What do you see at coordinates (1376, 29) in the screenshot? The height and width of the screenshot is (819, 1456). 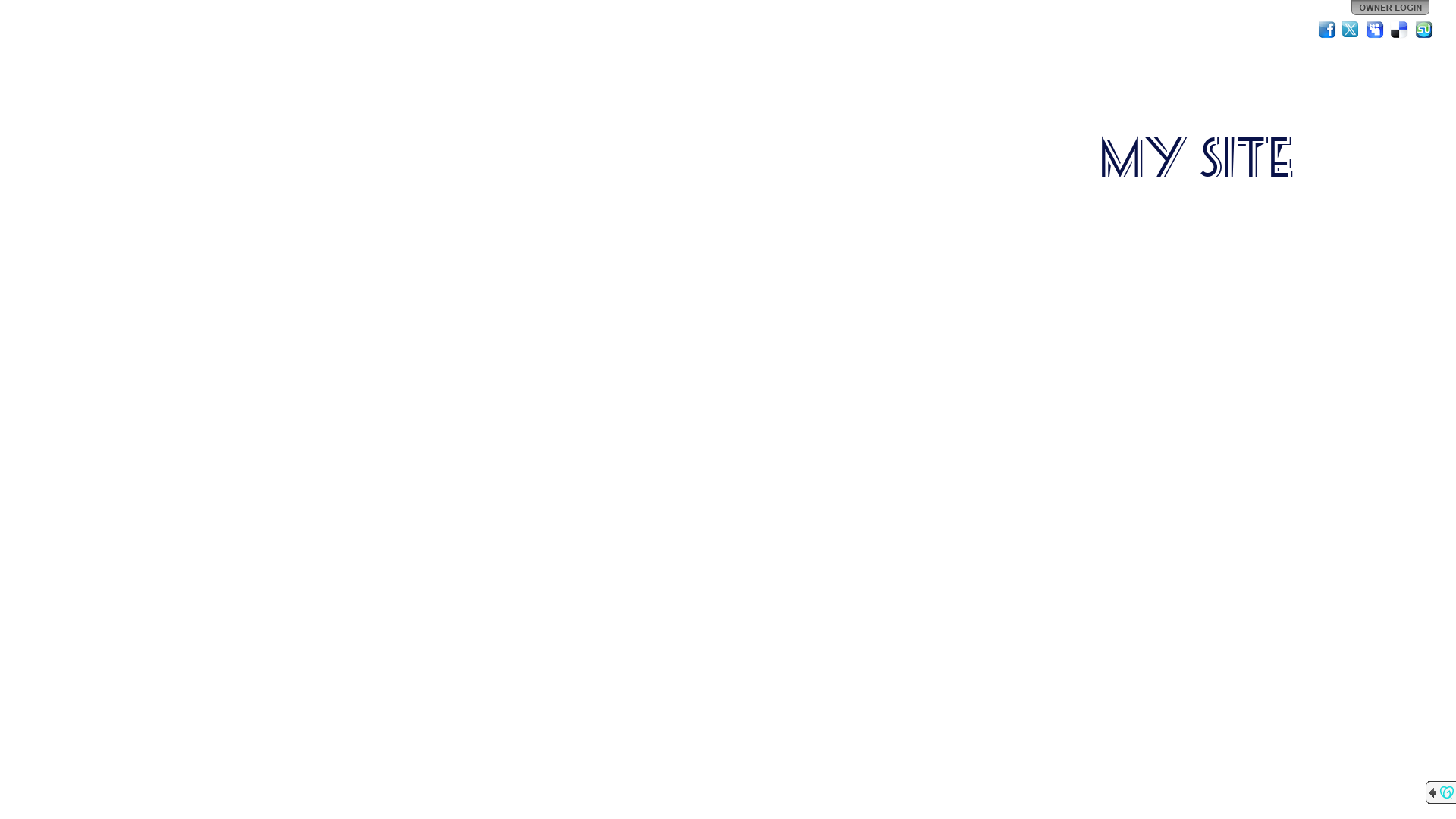 I see `'MySpace'` at bounding box center [1376, 29].